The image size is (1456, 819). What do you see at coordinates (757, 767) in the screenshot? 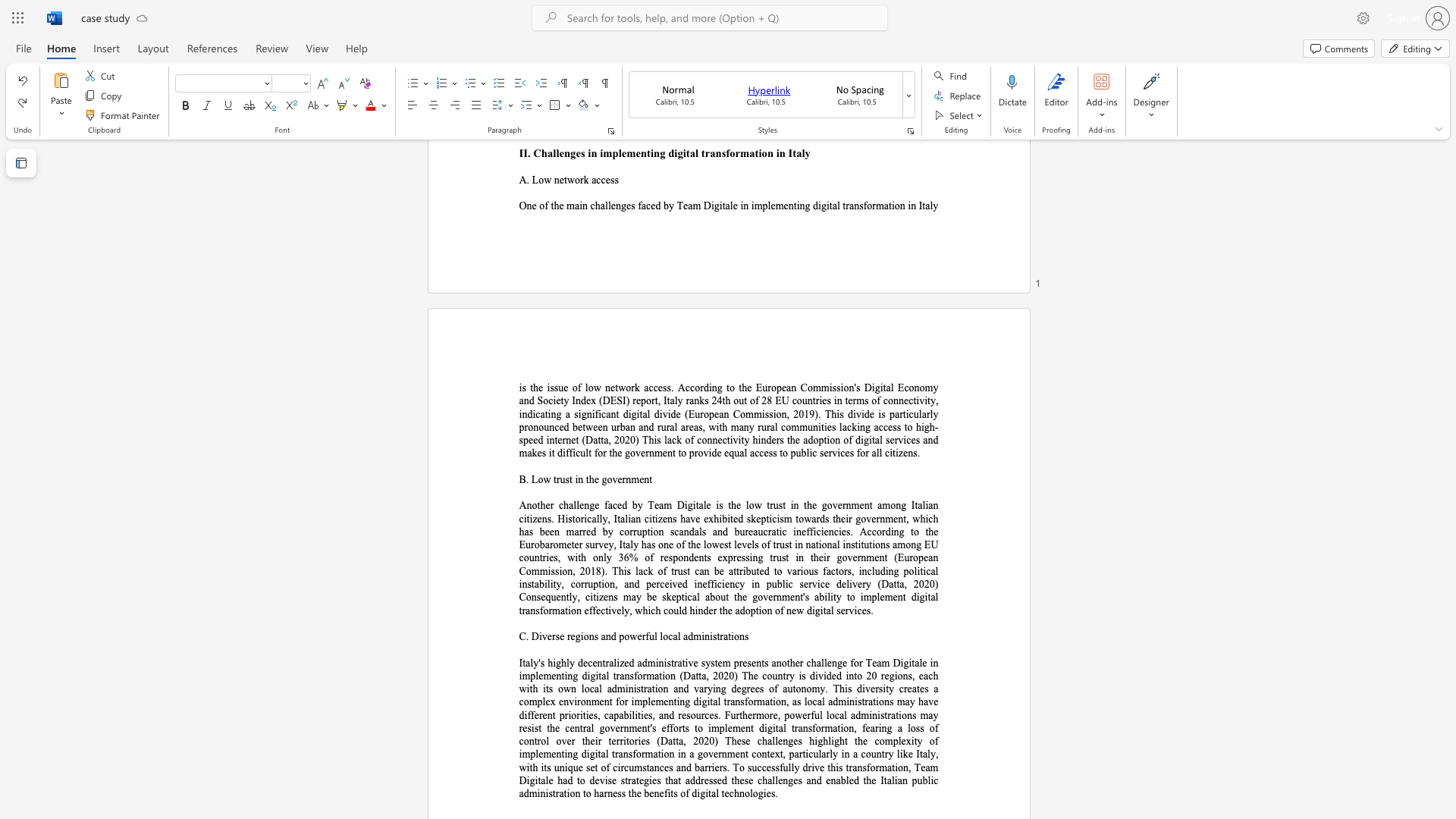
I see `the subset text "ccessfully drive this transformation, Team Digitale had to devise strategies that addressed these challenges and enabled the Italian public administr" within the text "efforts to implement digital transformation, fearing a loss of control over their territories (Datta, 2020) These challenges highlight the complexity of implementing digital transformation in a government context, particularly in a country like Italy, with its unique set of circumstances and barriers. To successfully drive this transformation, Team Digitale had to devise strategies that addressed these challenges and enabled the Italian public administration to harness the benefits of digital technologies."` at bounding box center [757, 767].